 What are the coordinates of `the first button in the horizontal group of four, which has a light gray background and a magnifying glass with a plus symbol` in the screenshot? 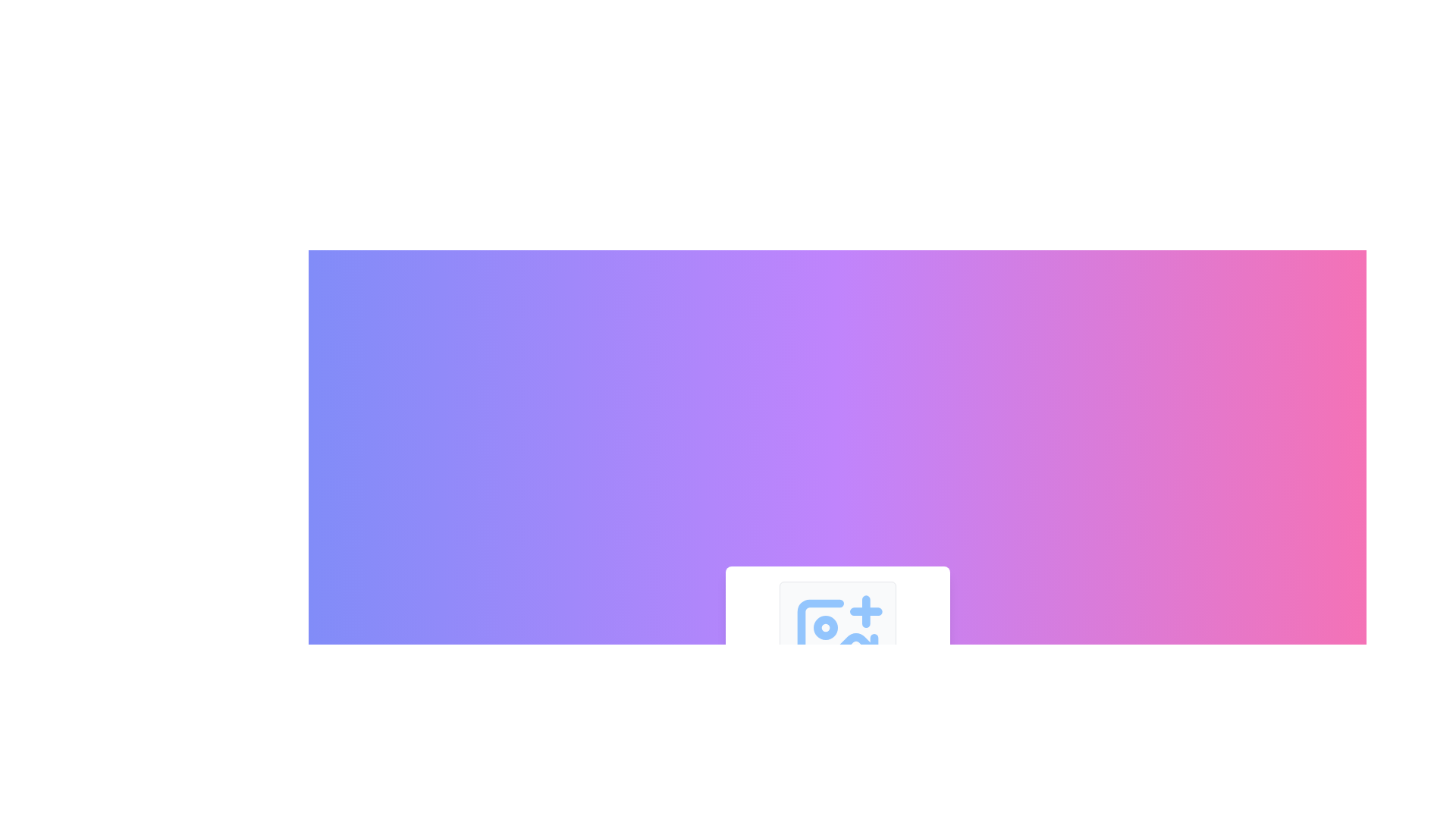 It's located at (760, 723).